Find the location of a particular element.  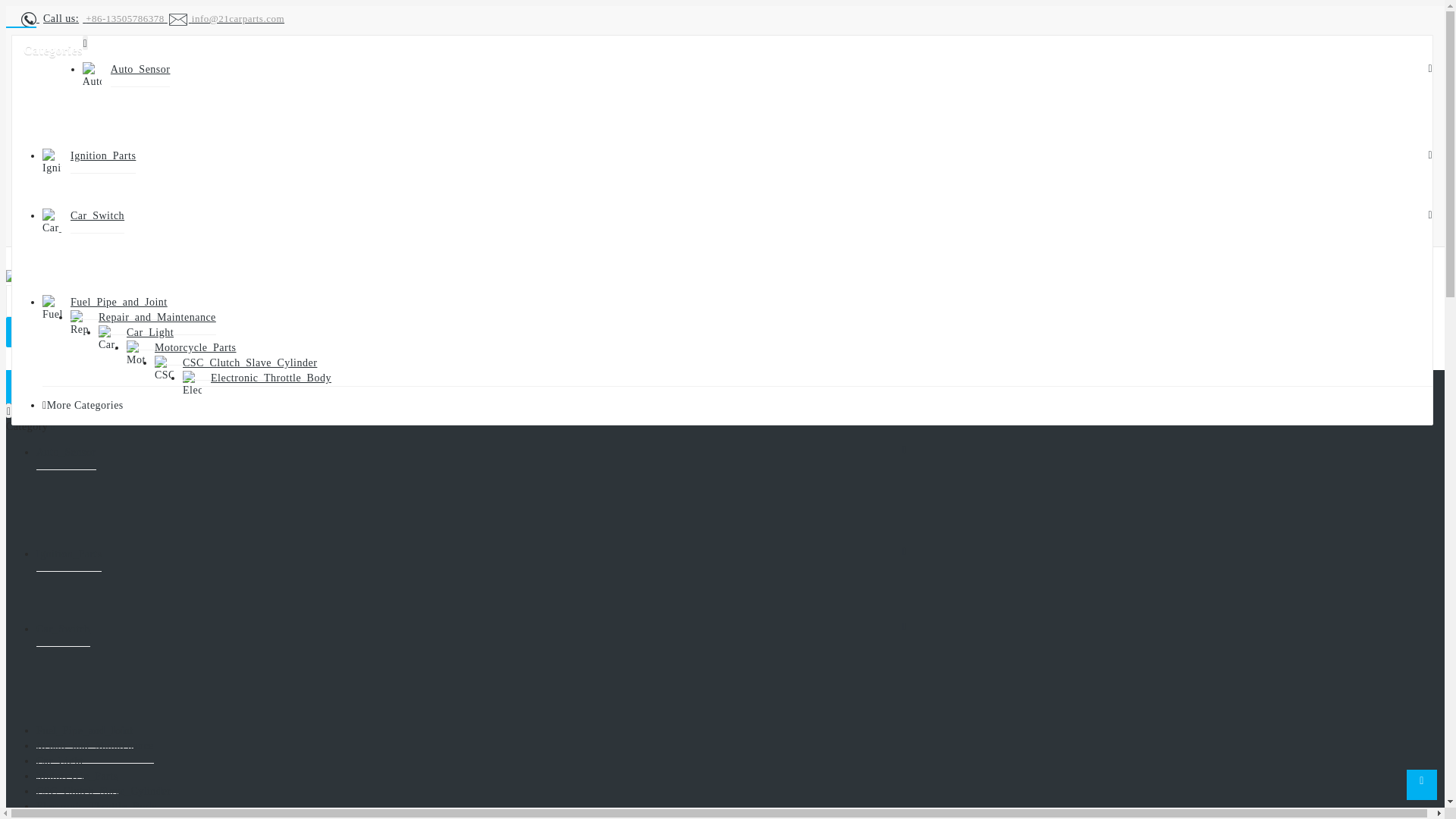

'0 item(s) - $0.00' is located at coordinates (61, 332).